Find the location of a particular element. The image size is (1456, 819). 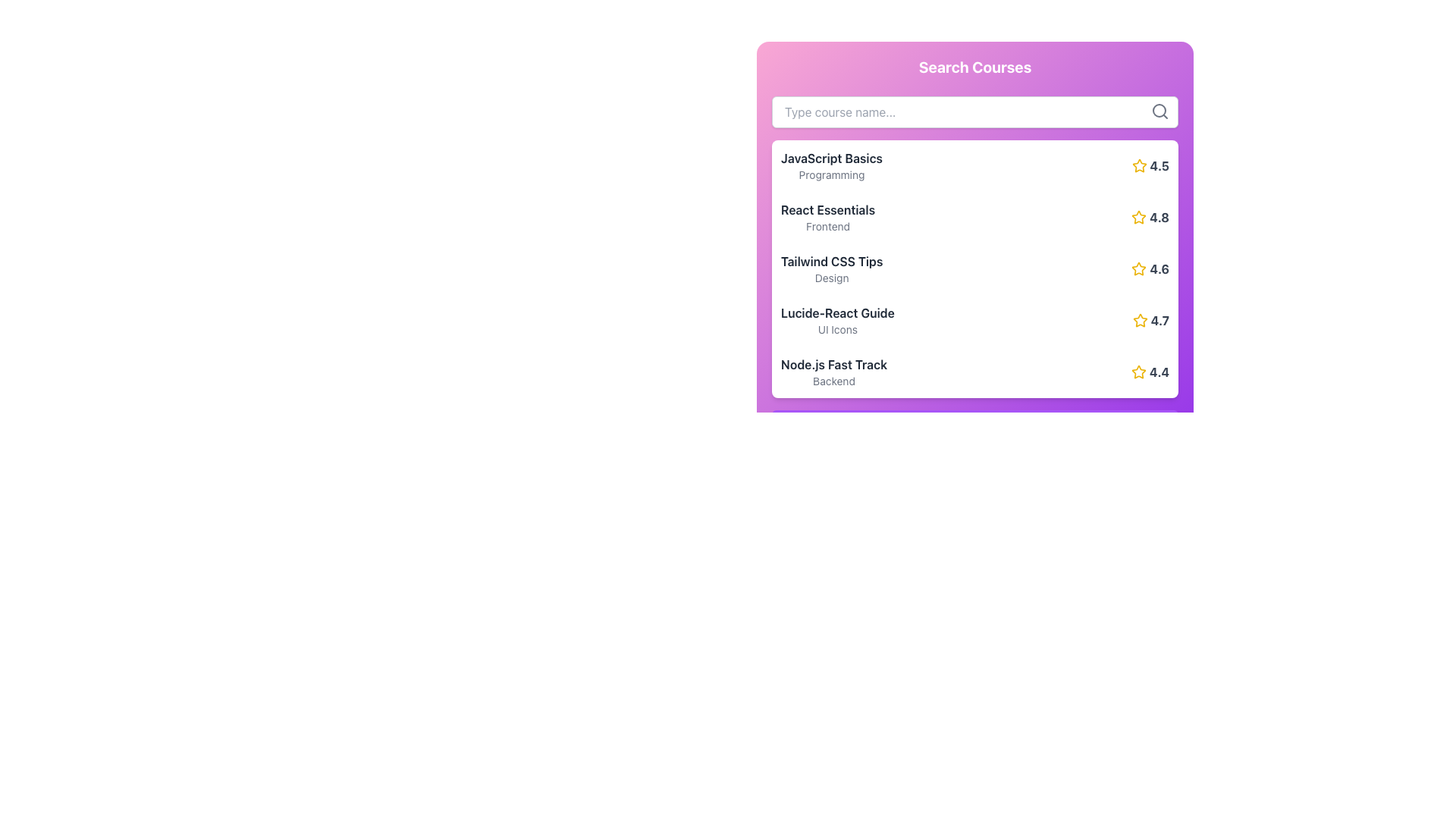

the fifth list item representing the course 'Node.js Fast Track' is located at coordinates (975, 372).